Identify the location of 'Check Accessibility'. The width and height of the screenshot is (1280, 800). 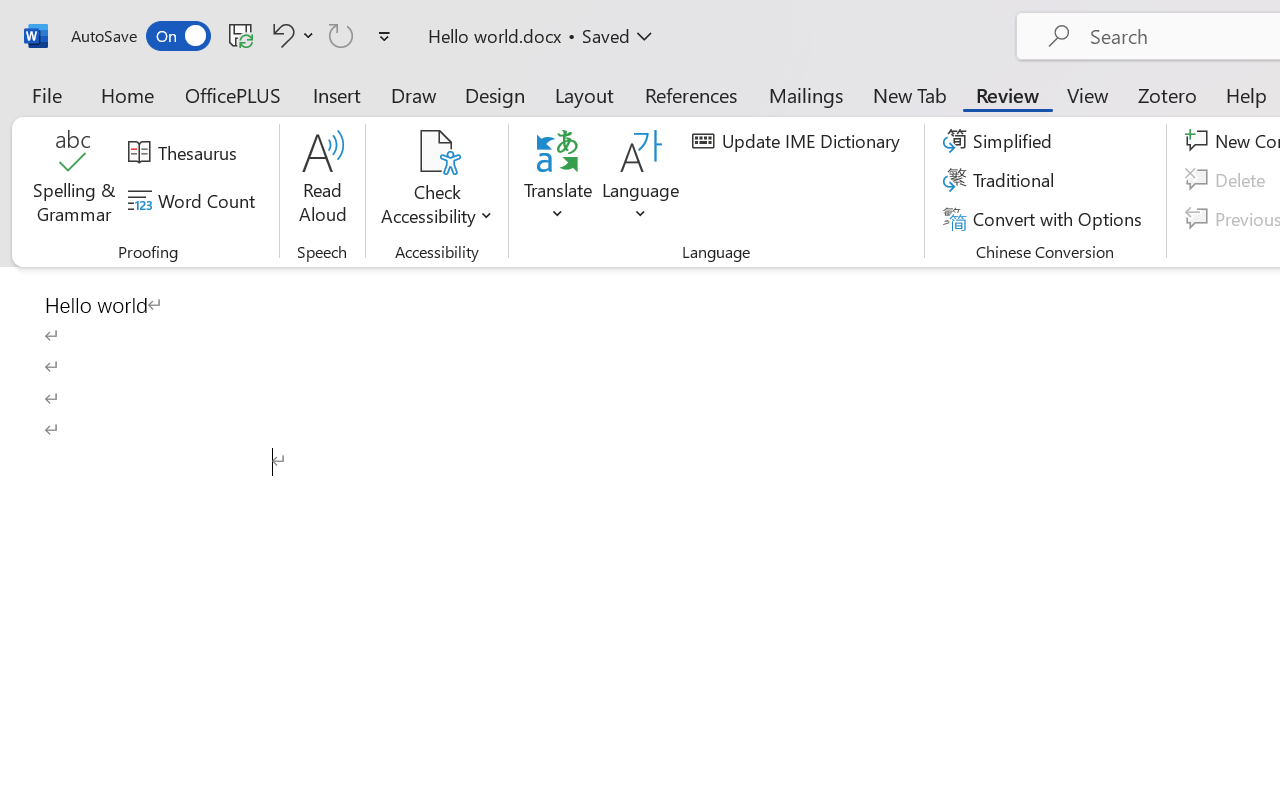
(436, 179).